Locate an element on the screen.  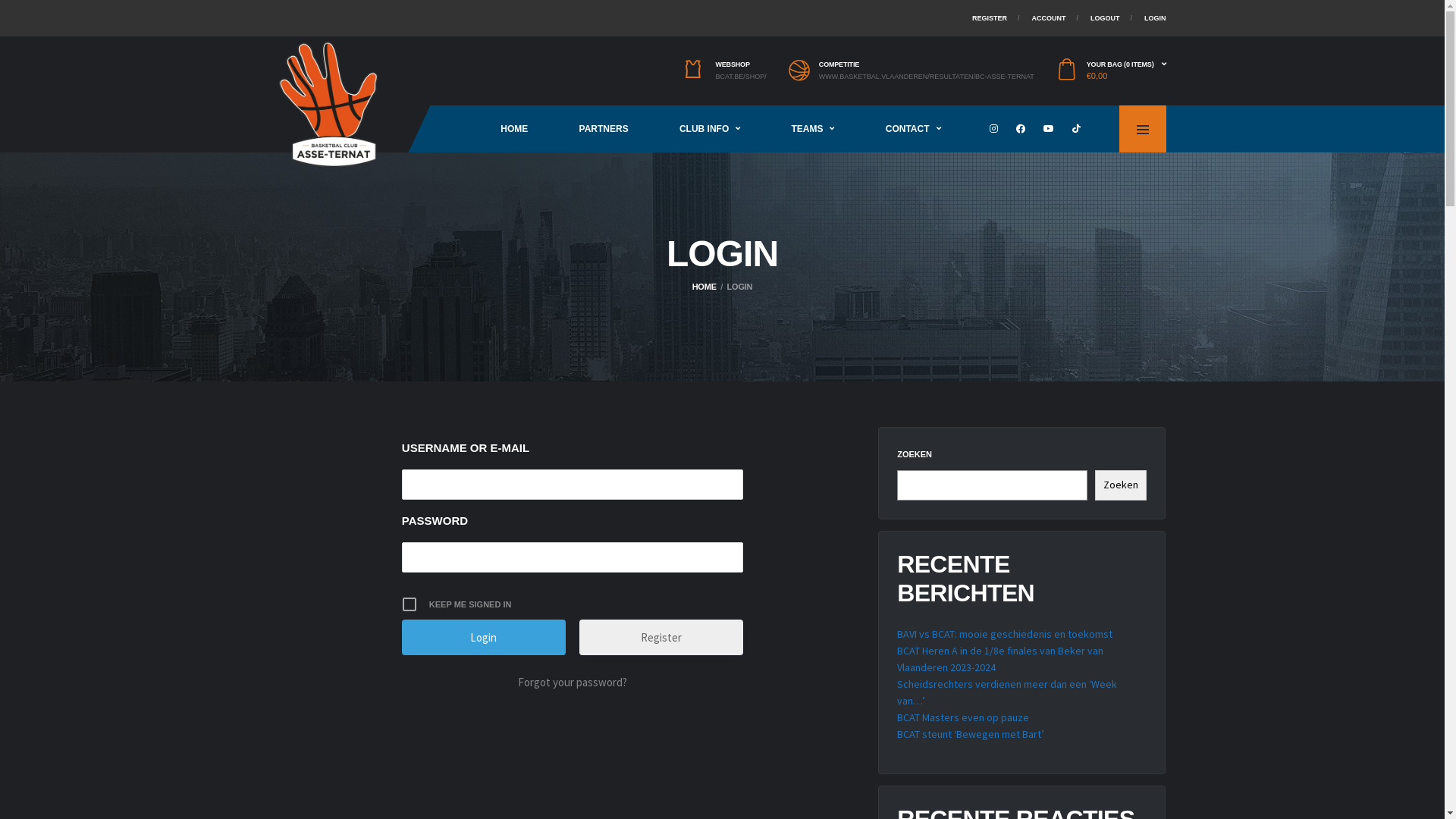
'BAVI vs BCAT: mooie geschiedenis en toekomst' is located at coordinates (1004, 634).